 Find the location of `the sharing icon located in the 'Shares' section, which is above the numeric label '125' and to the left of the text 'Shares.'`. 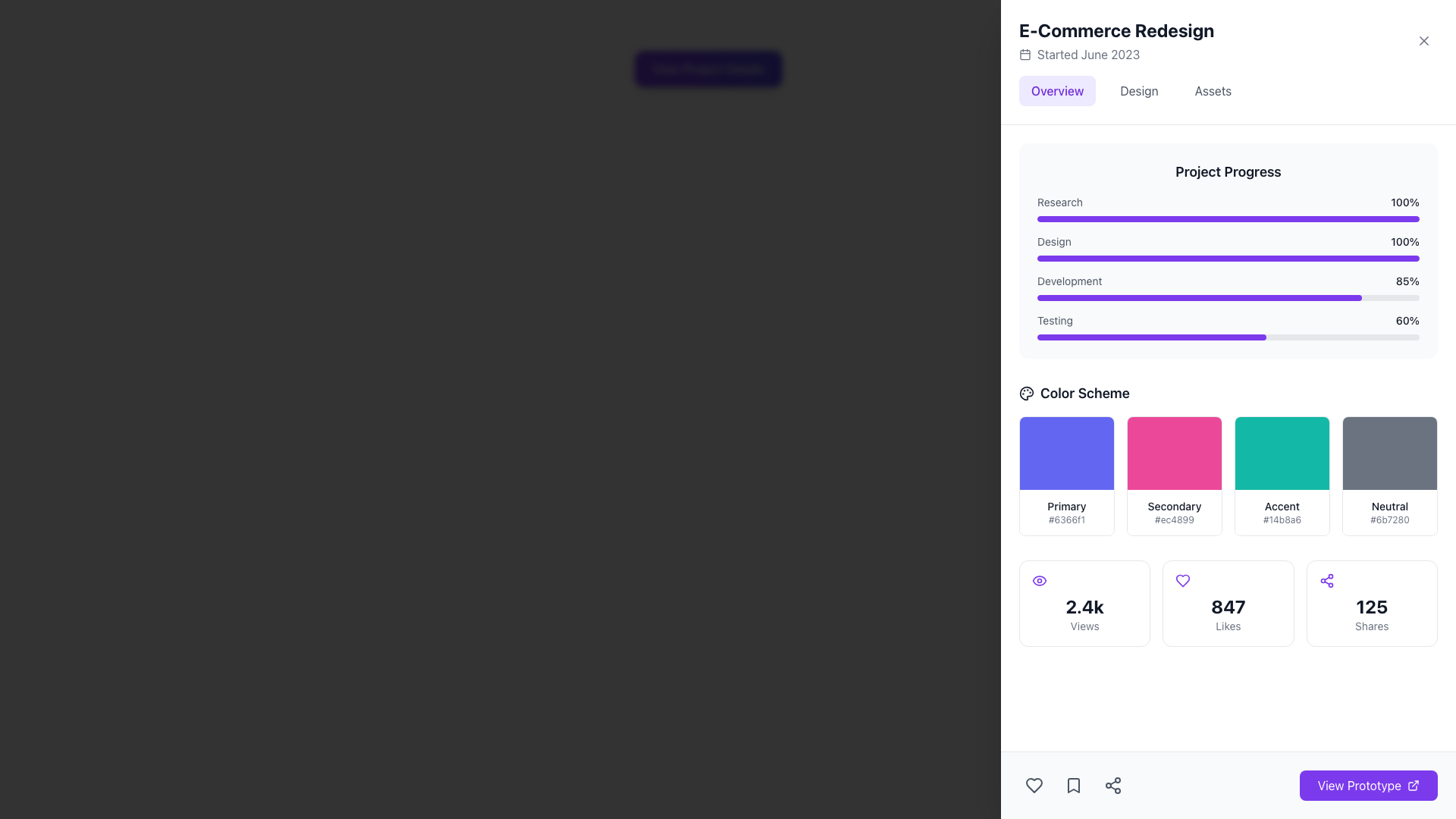

the sharing icon located in the 'Shares' section, which is above the numeric label '125' and to the left of the text 'Shares.' is located at coordinates (1326, 580).